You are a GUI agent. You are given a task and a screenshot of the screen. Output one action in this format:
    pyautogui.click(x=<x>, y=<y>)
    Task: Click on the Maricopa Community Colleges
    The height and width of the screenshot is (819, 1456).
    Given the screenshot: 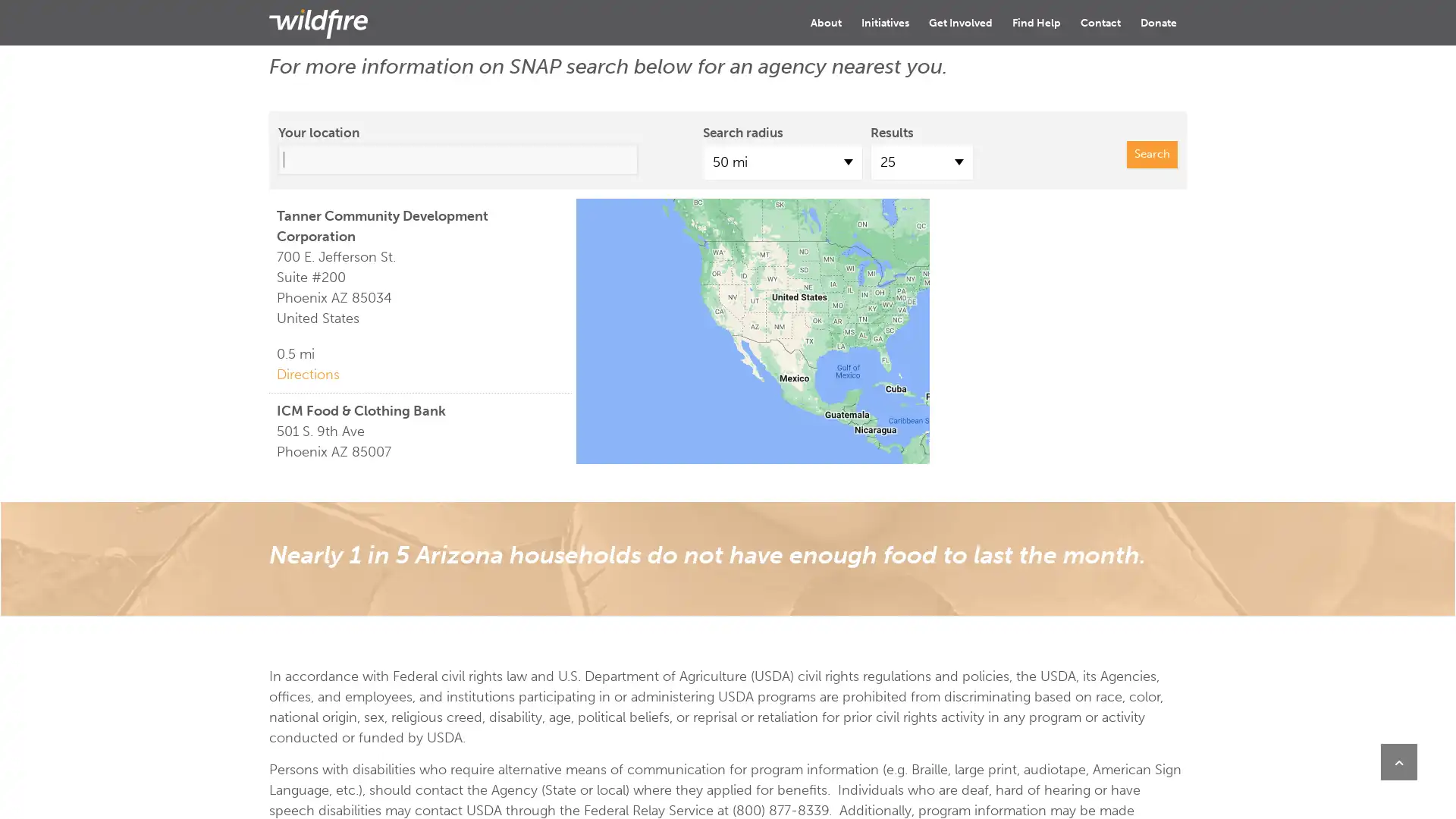 What is the action you would take?
    pyautogui.click(x=898, y=365)
    